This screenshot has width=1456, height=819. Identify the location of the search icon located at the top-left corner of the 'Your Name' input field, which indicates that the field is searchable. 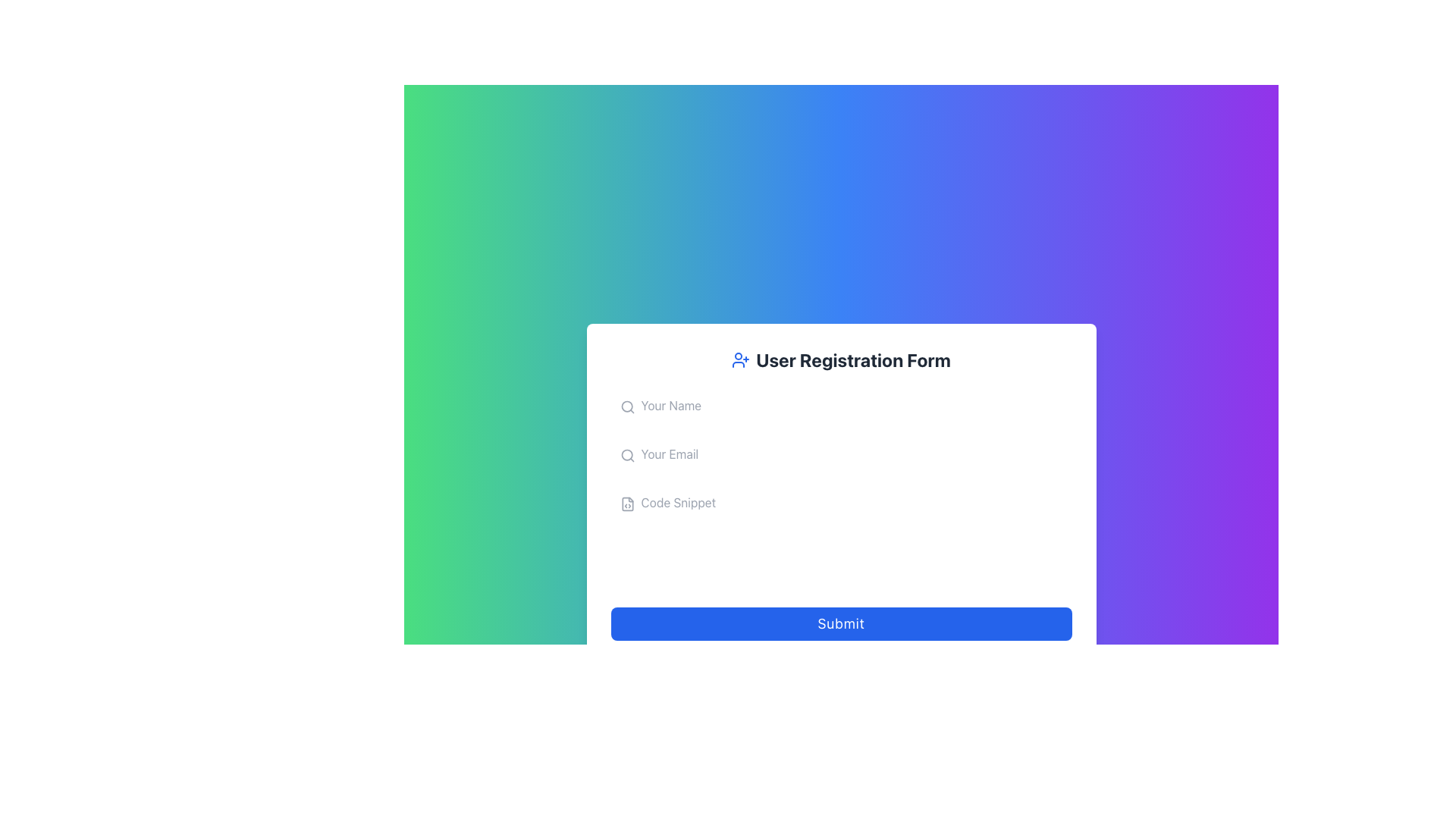
(627, 406).